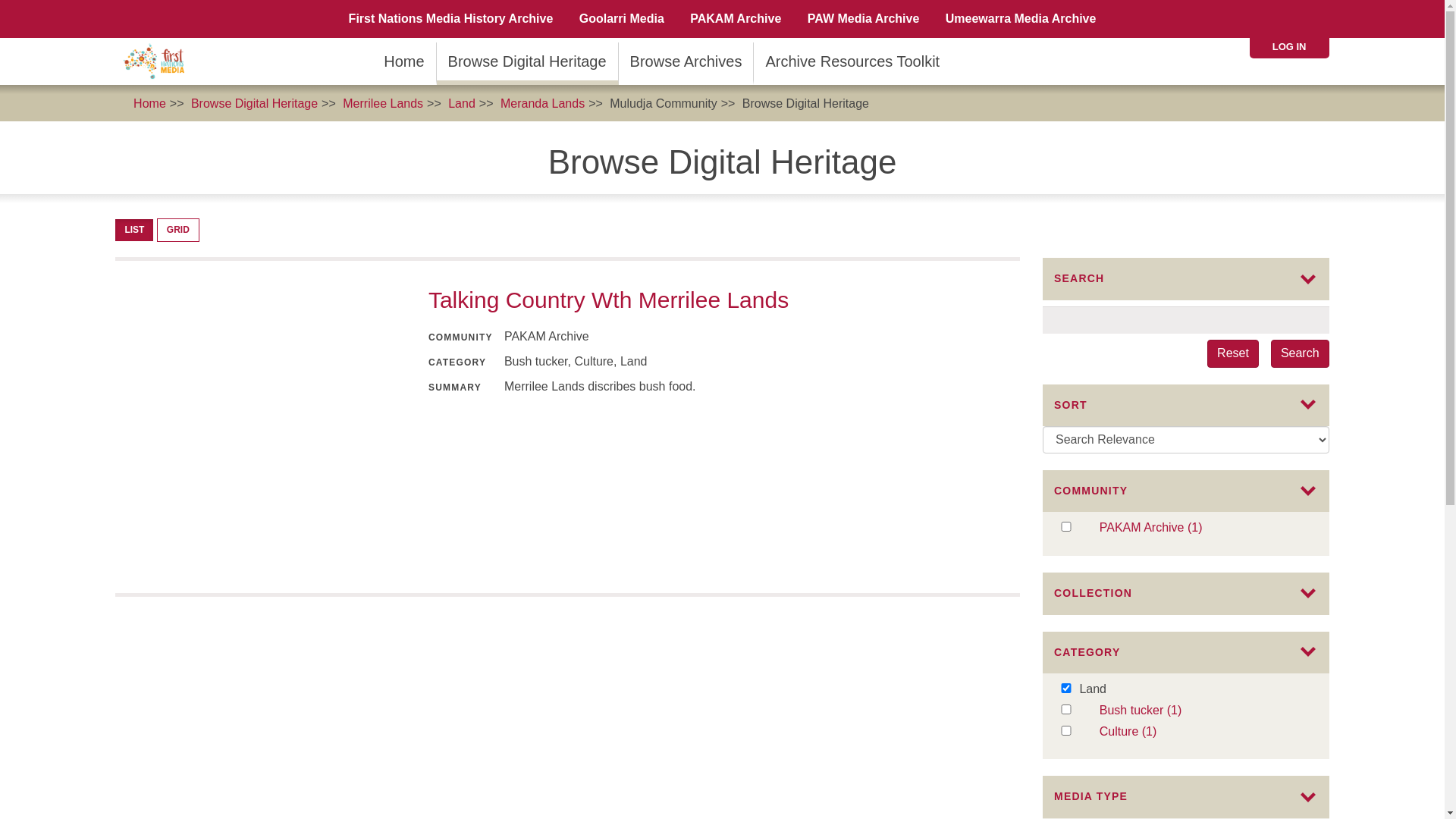 This screenshot has width=1456, height=819. Describe the element at coordinates (450, 18) in the screenshot. I see `'First Nations Media History Archive'` at that location.